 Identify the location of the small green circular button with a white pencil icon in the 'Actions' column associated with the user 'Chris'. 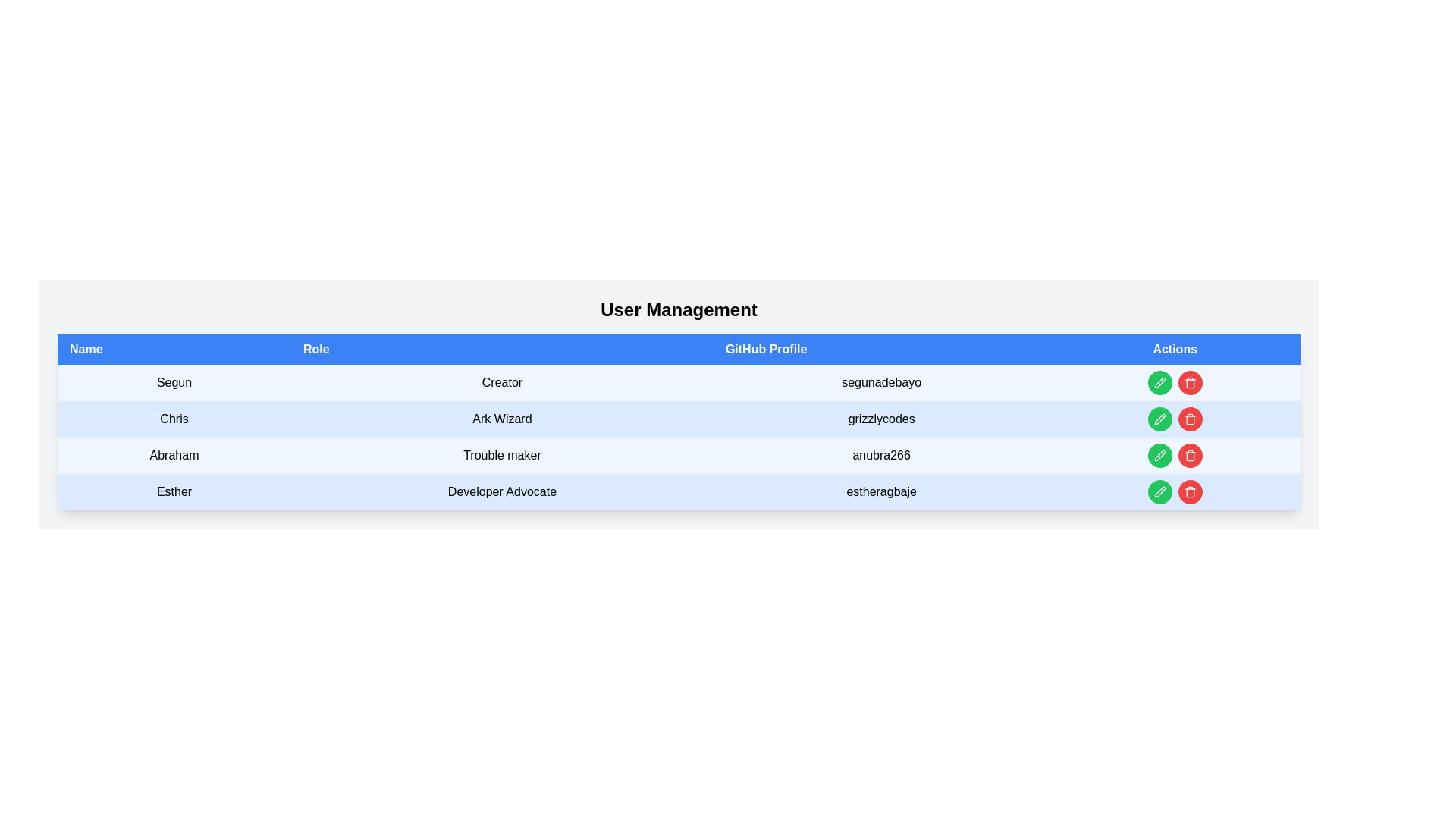
(1159, 419).